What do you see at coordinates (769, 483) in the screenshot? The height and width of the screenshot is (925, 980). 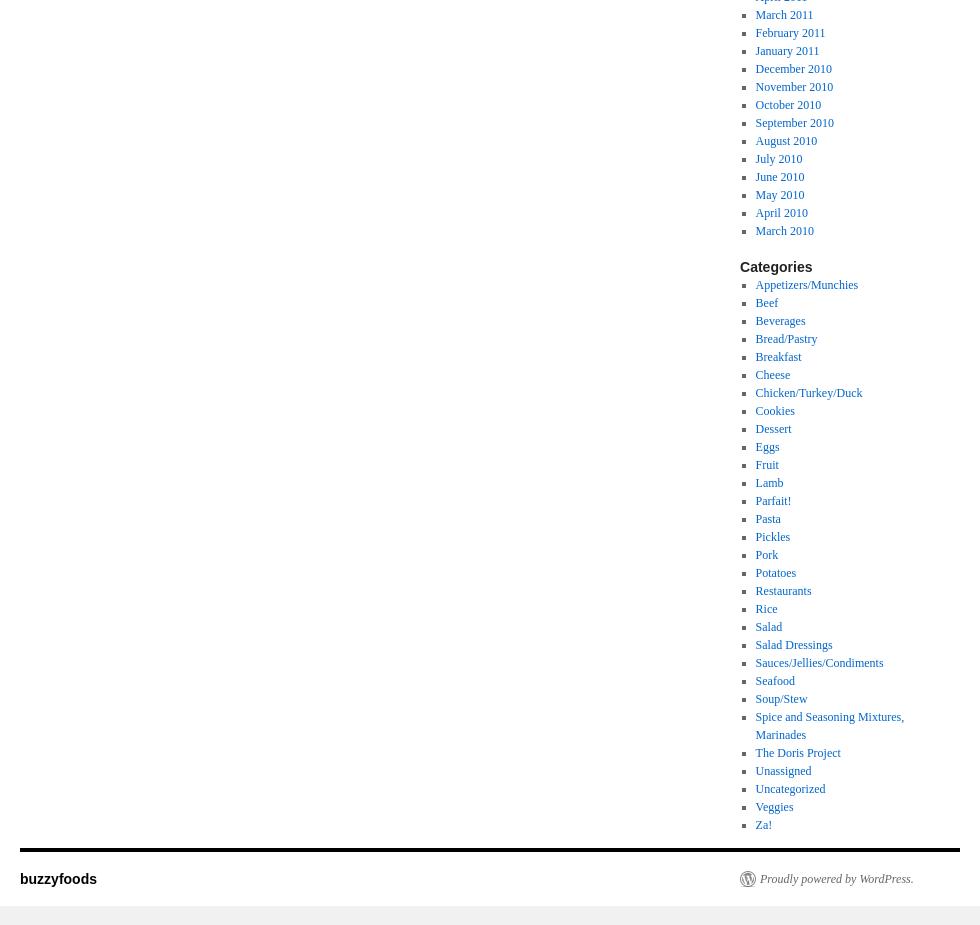 I see `'Lamb'` at bounding box center [769, 483].